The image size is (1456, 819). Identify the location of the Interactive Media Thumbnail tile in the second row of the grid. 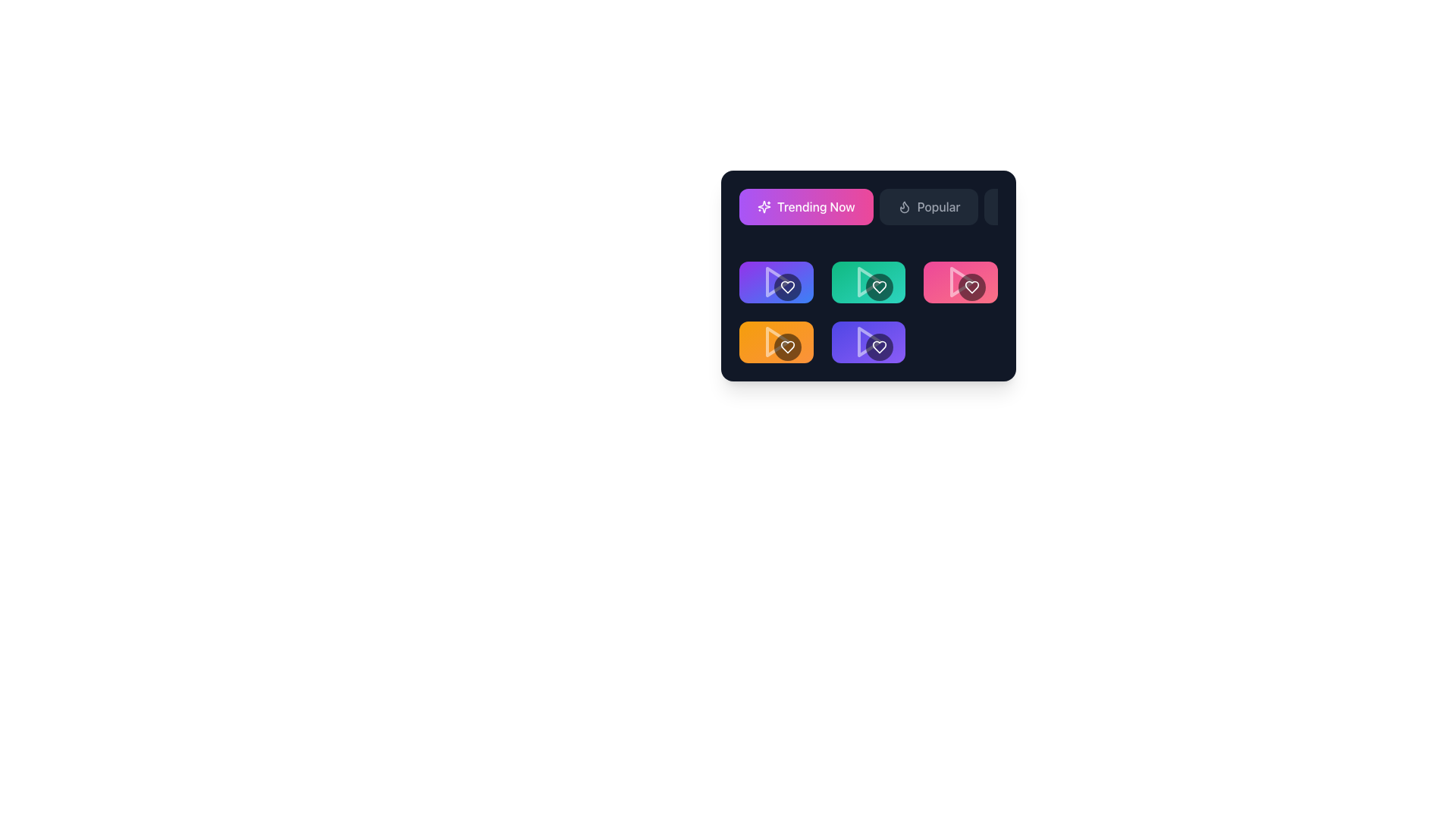
(868, 282).